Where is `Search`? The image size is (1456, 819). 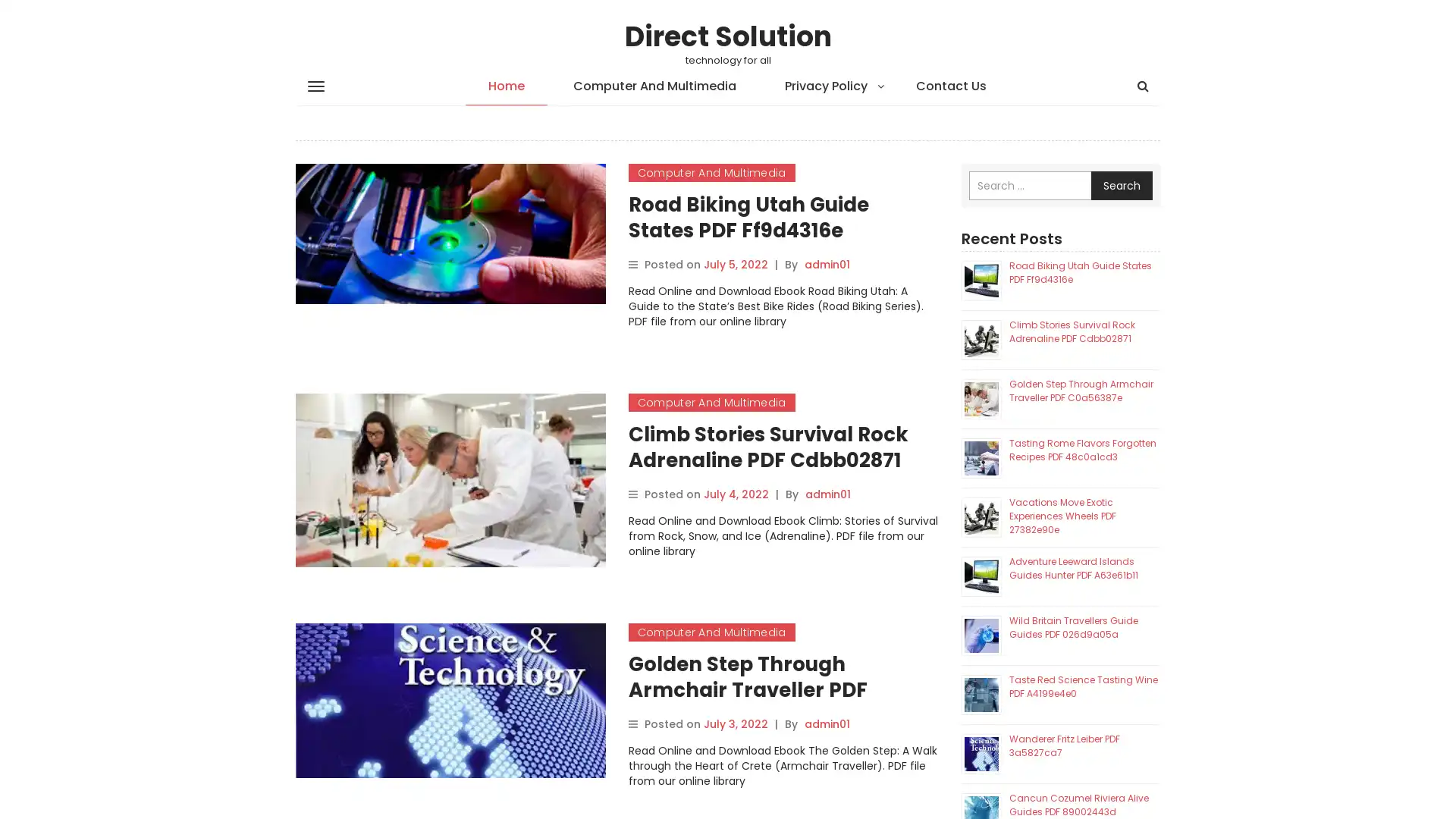 Search is located at coordinates (1122, 185).